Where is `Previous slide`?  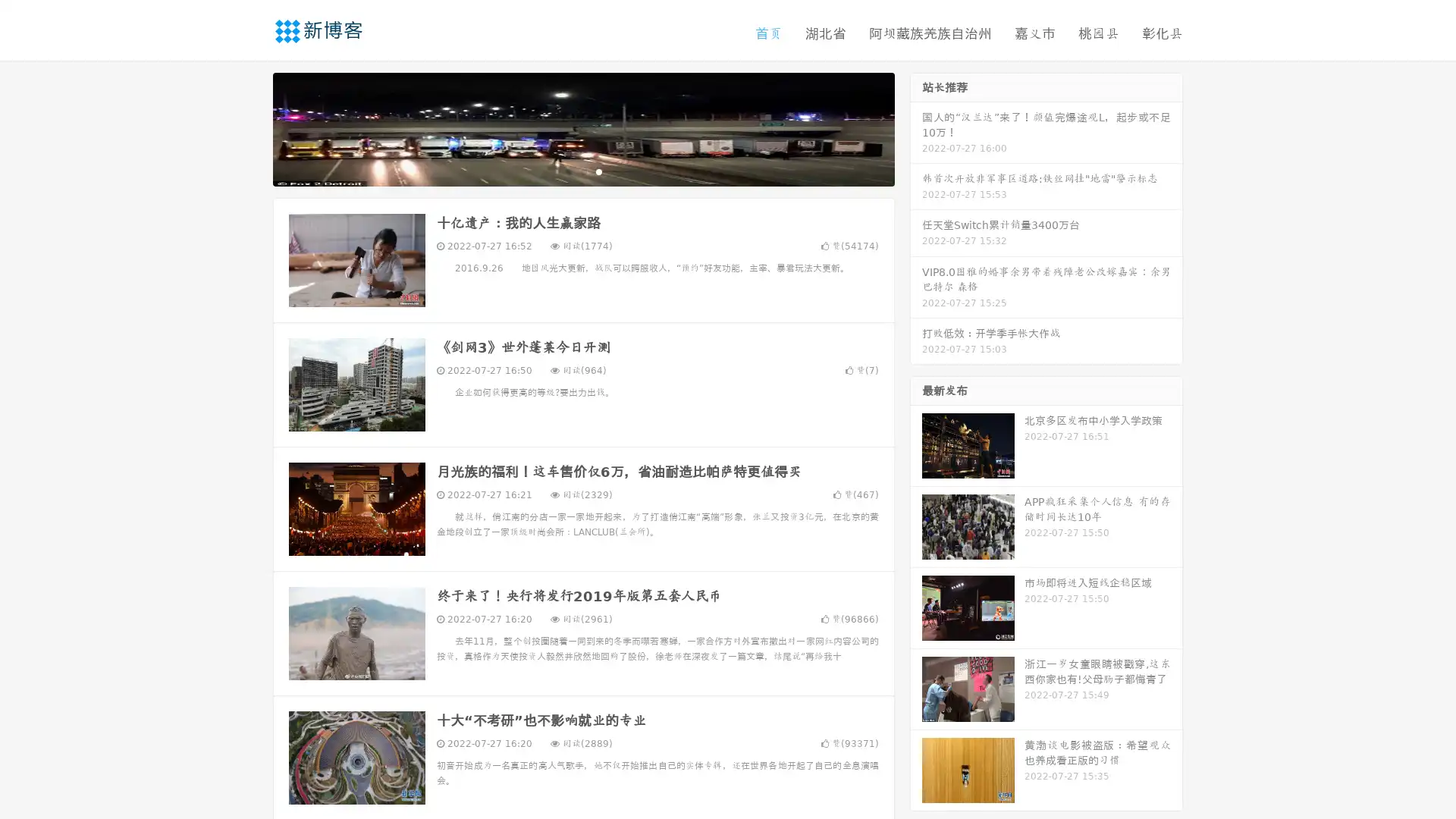
Previous slide is located at coordinates (250, 127).